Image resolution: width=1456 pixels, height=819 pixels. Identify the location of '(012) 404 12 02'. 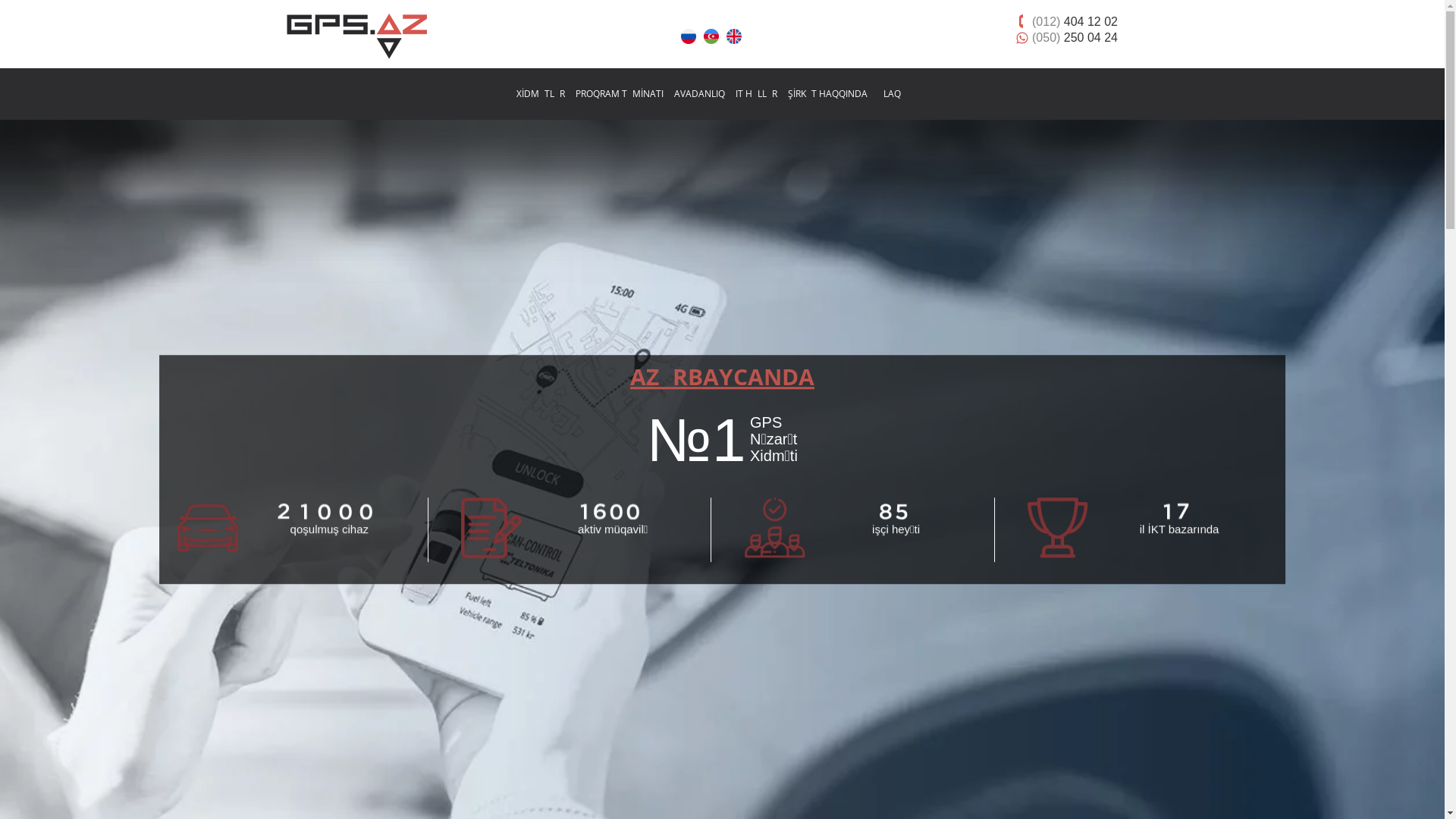
(1074, 21).